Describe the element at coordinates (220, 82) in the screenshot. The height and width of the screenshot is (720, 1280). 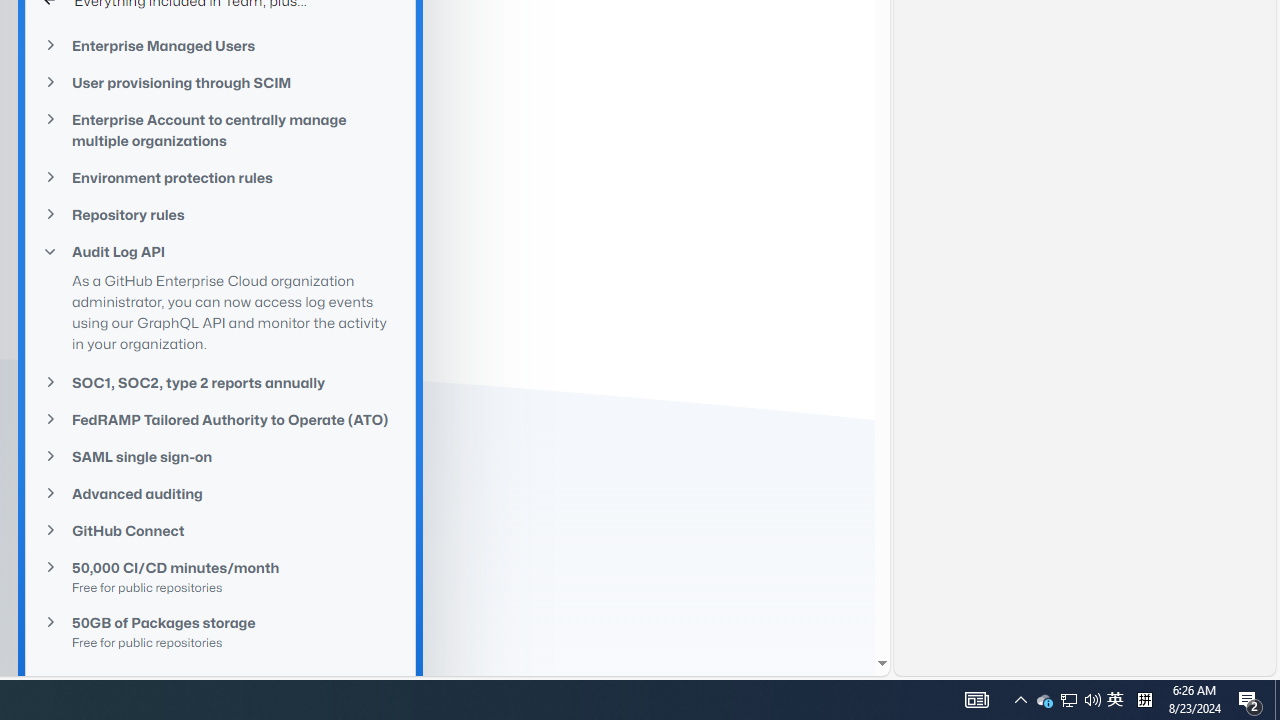
I see `'User provisioning through SCIM'` at that location.